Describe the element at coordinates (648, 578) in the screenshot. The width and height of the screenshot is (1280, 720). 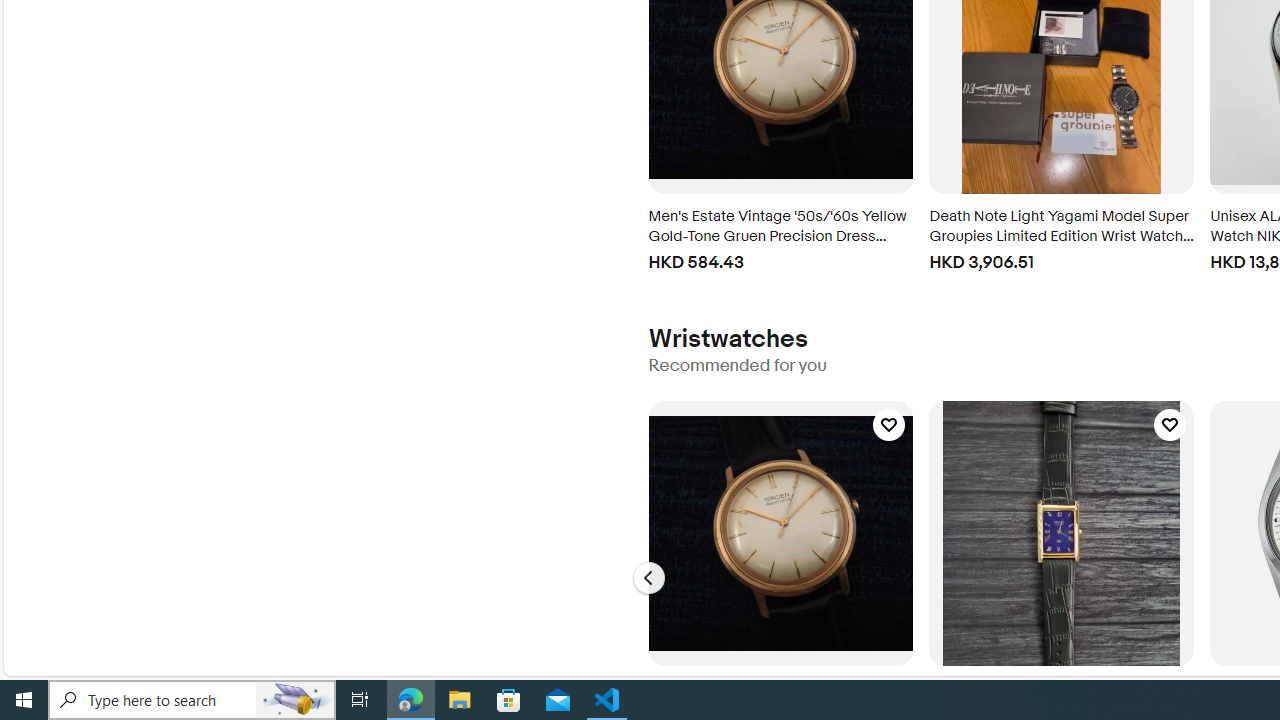
I see `'Go to the previous slide, Wristwatches - Carousel'` at that location.